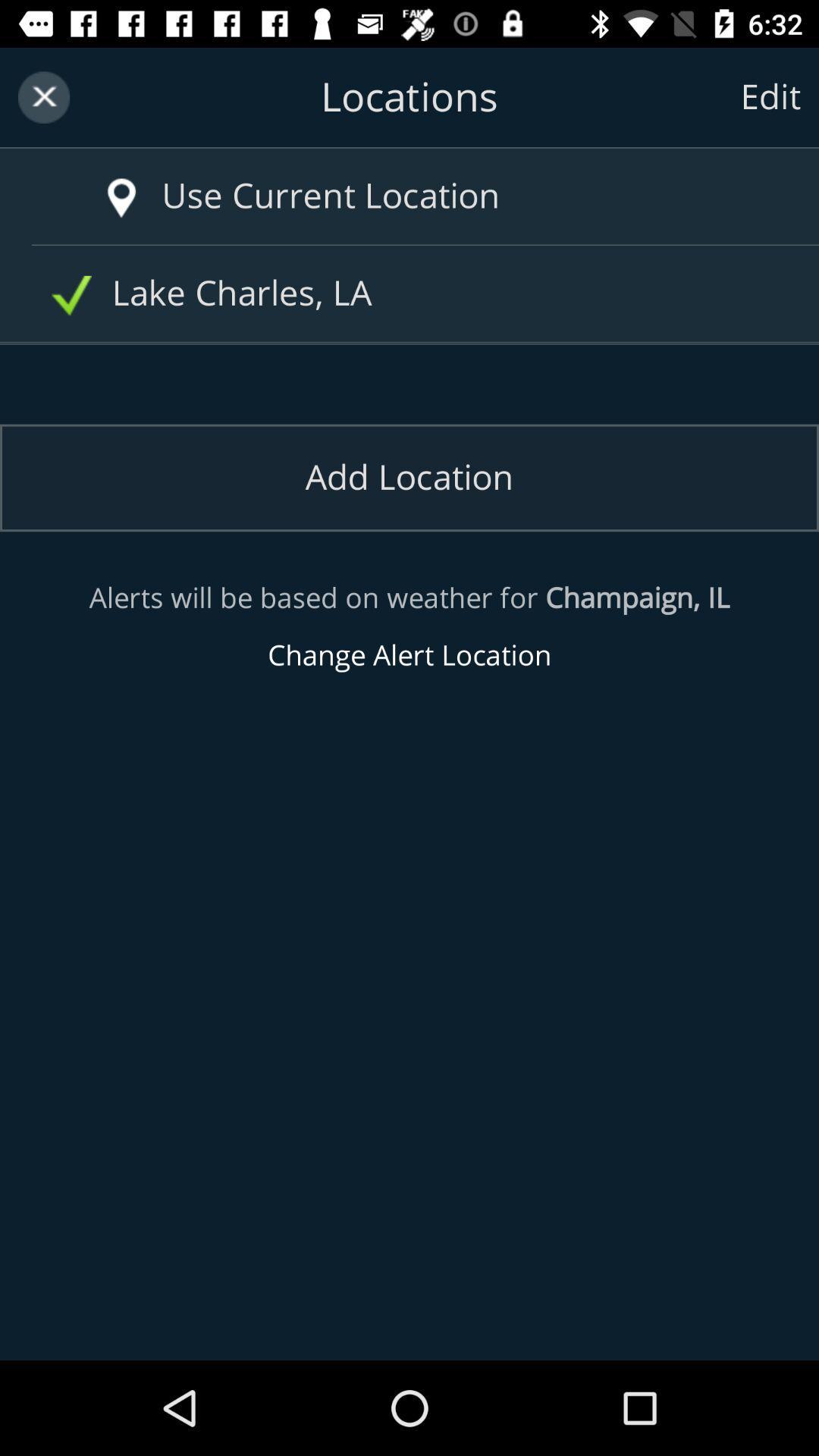  What do you see at coordinates (415, 293) in the screenshot?
I see `the text which is under the text use current location` at bounding box center [415, 293].